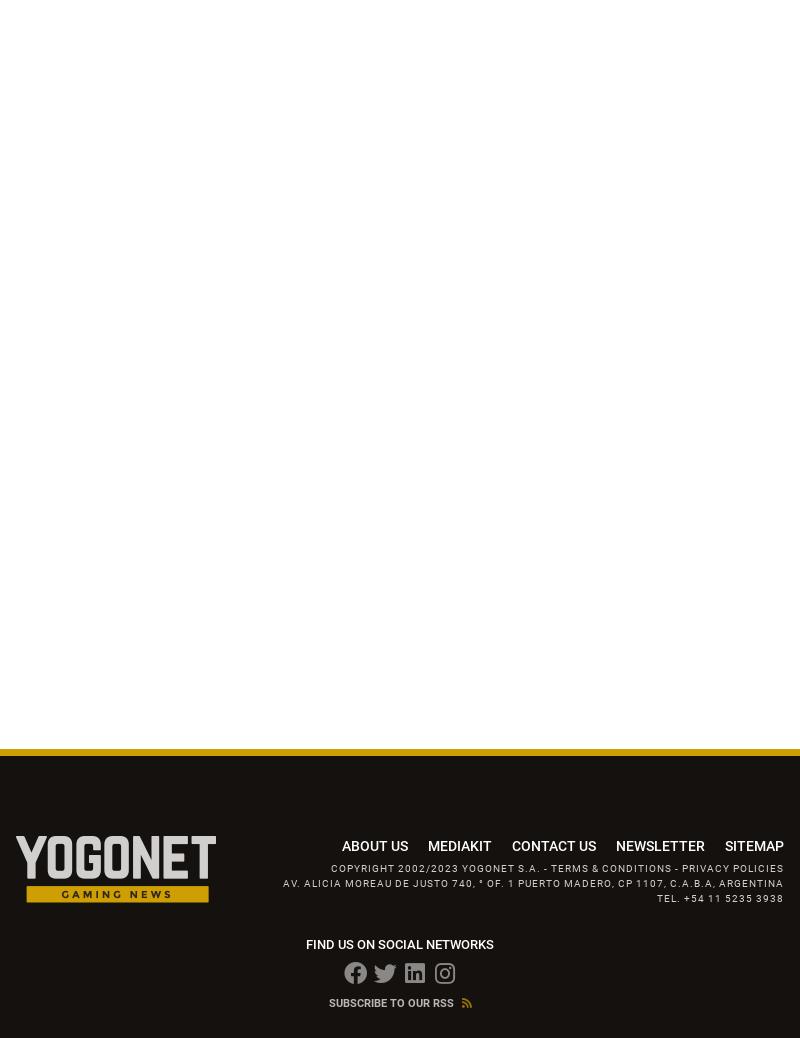 The height and width of the screenshot is (1038, 800). I want to click on 'Newsletter', so click(659, 845).